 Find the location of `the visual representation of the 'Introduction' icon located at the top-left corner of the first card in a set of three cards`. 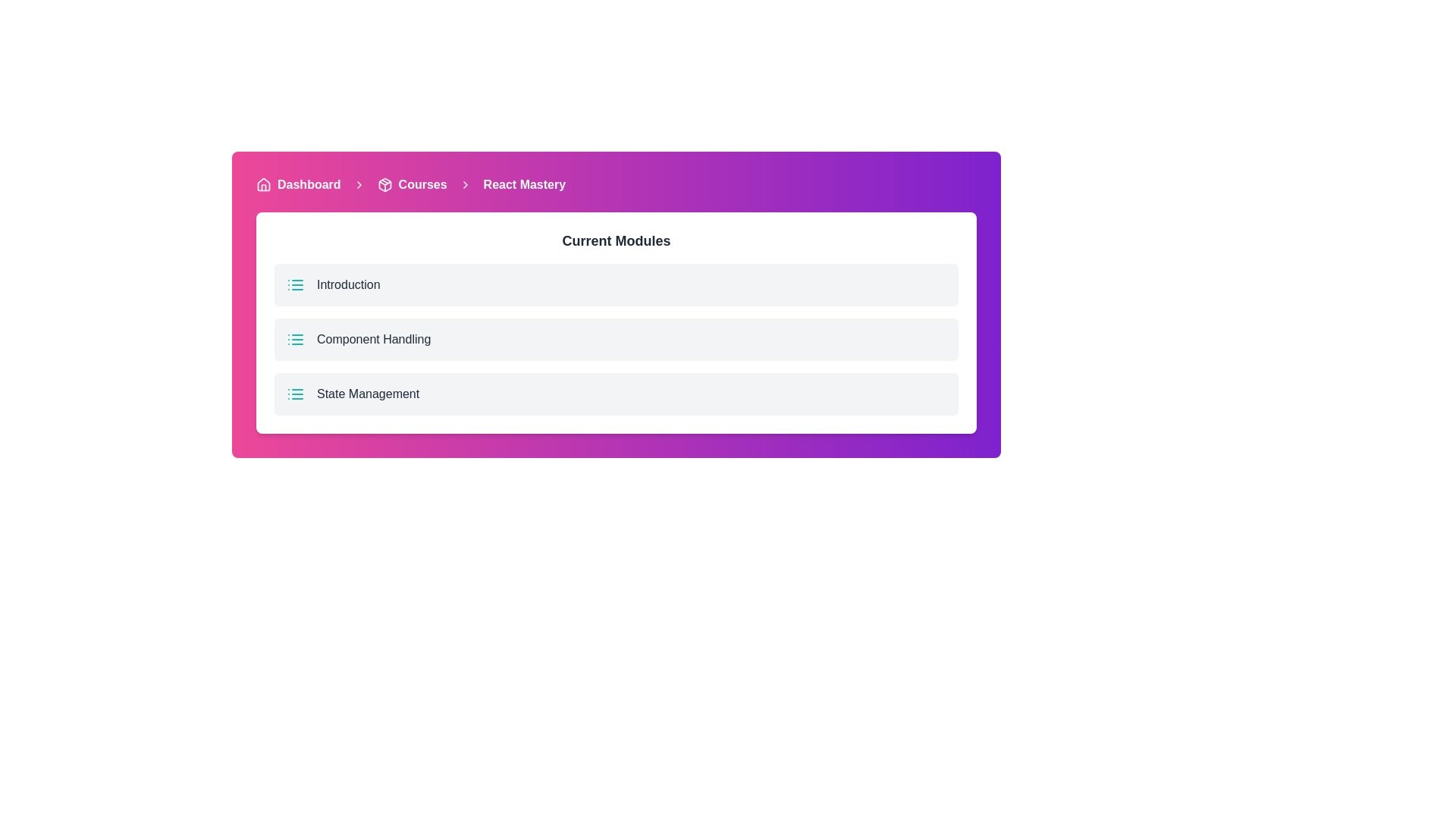

the visual representation of the 'Introduction' icon located at the top-left corner of the first card in a set of three cards is located at coordinates (295, 284).